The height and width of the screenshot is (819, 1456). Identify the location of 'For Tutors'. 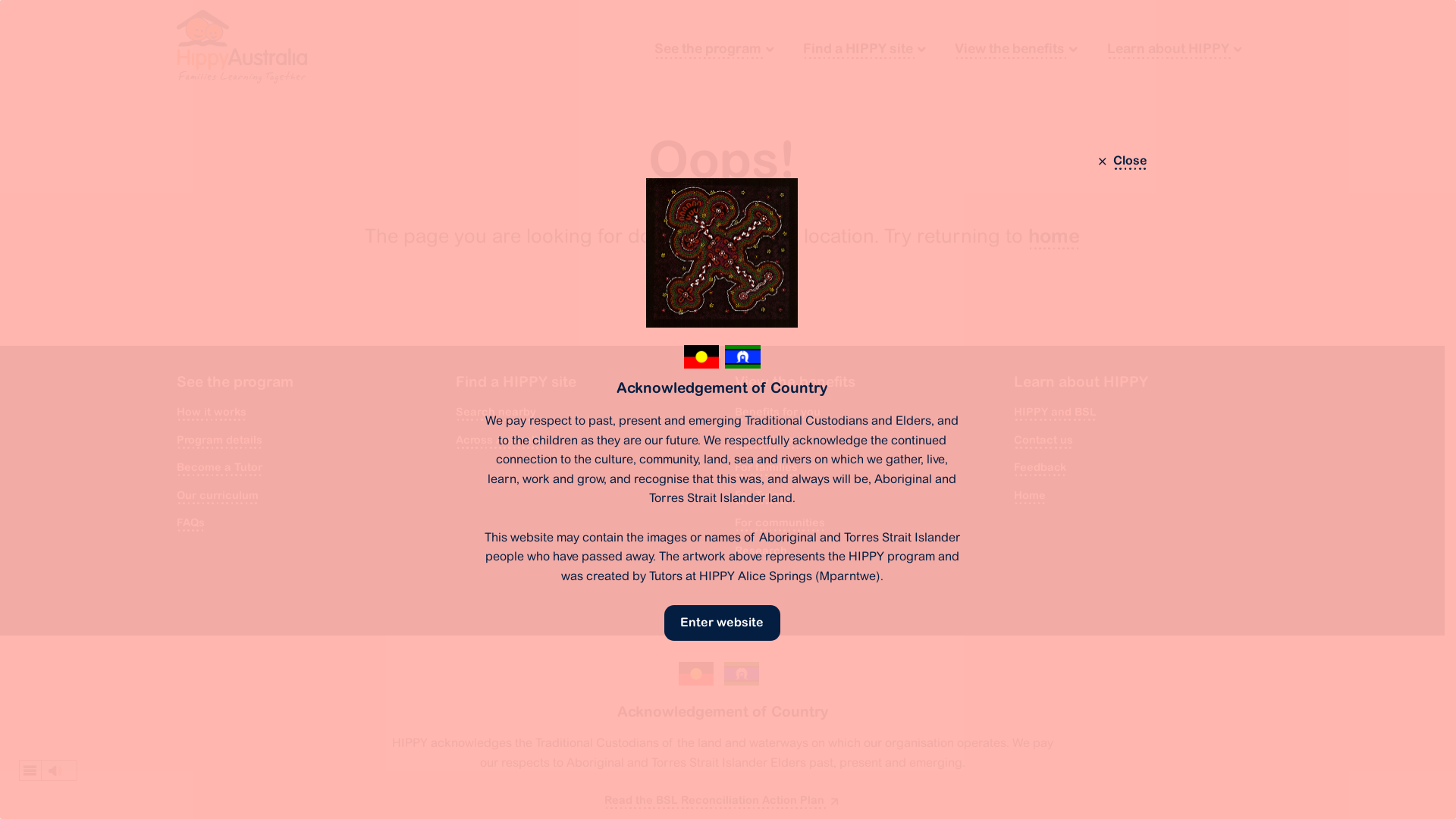
(734, 496).